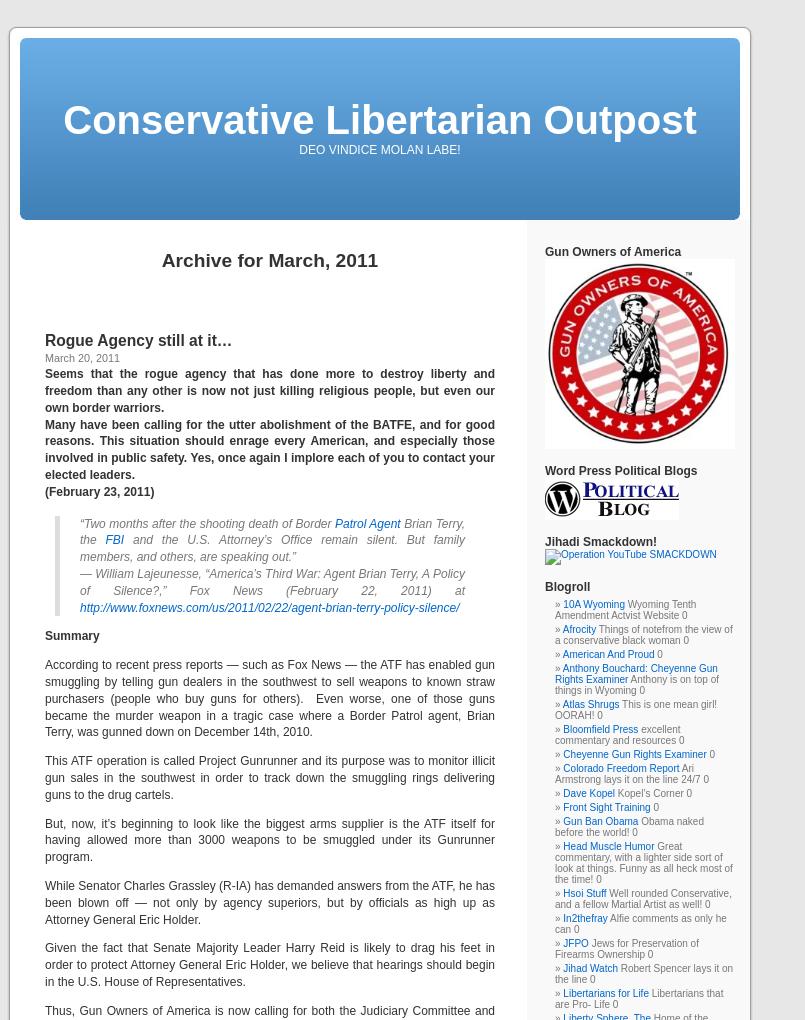  I want to click on 'Wyoming Tenth Amendment Actvist Website
0', so click(625, 608).